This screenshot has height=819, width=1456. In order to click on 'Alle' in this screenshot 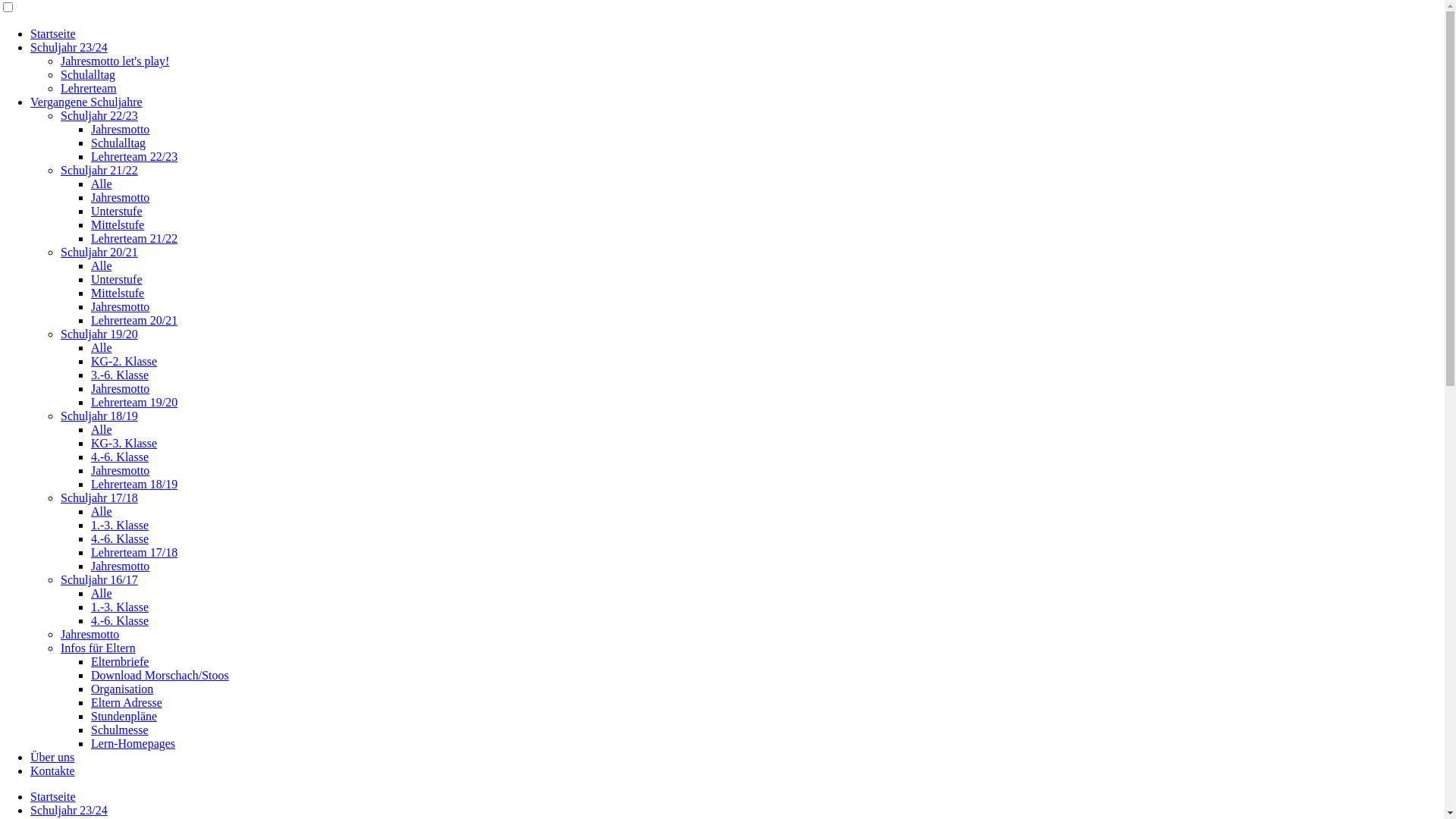, I will do `click(101, 265)`.